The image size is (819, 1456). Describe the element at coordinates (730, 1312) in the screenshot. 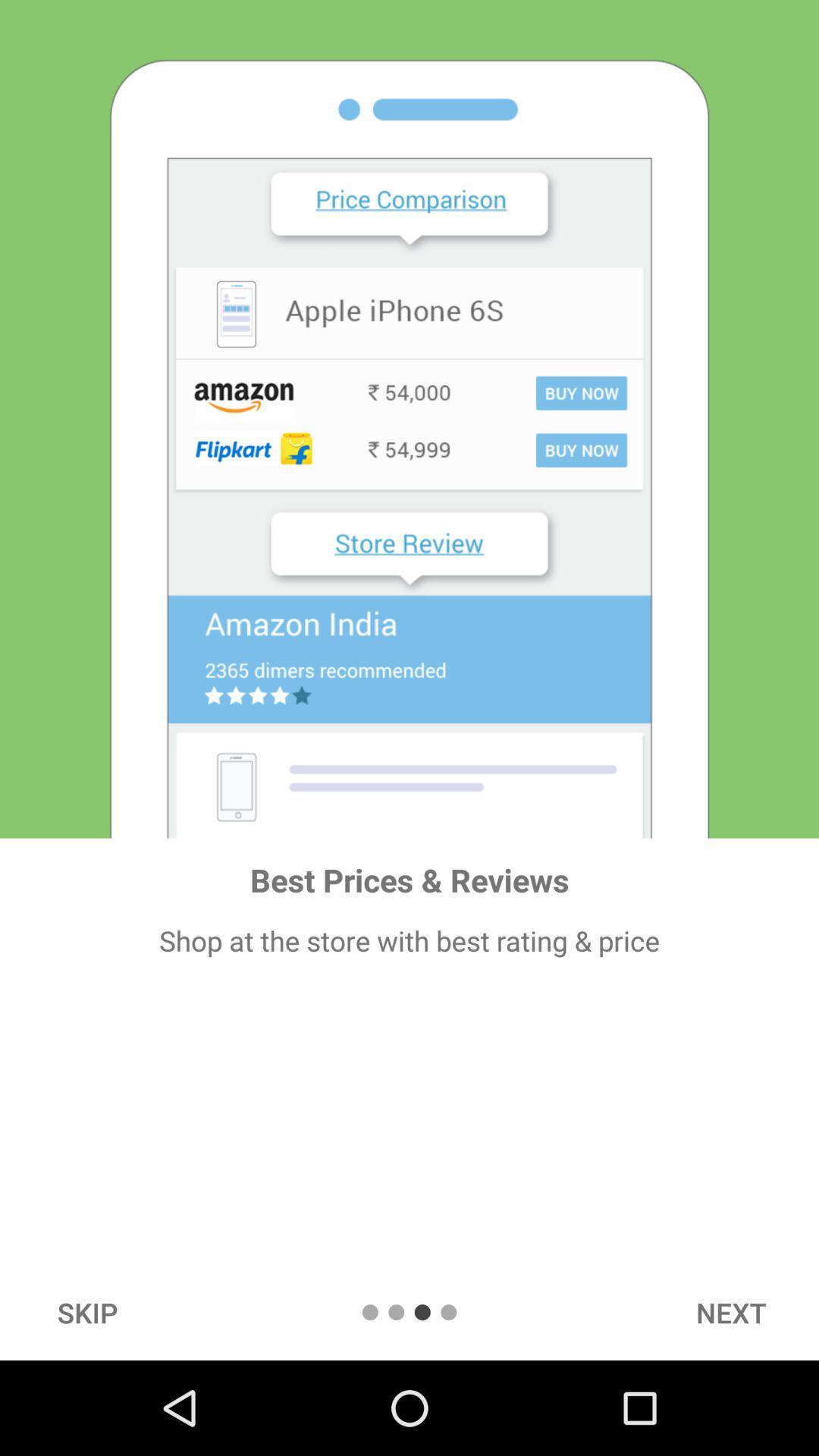

I see `the icon below the shop at the` at that location.